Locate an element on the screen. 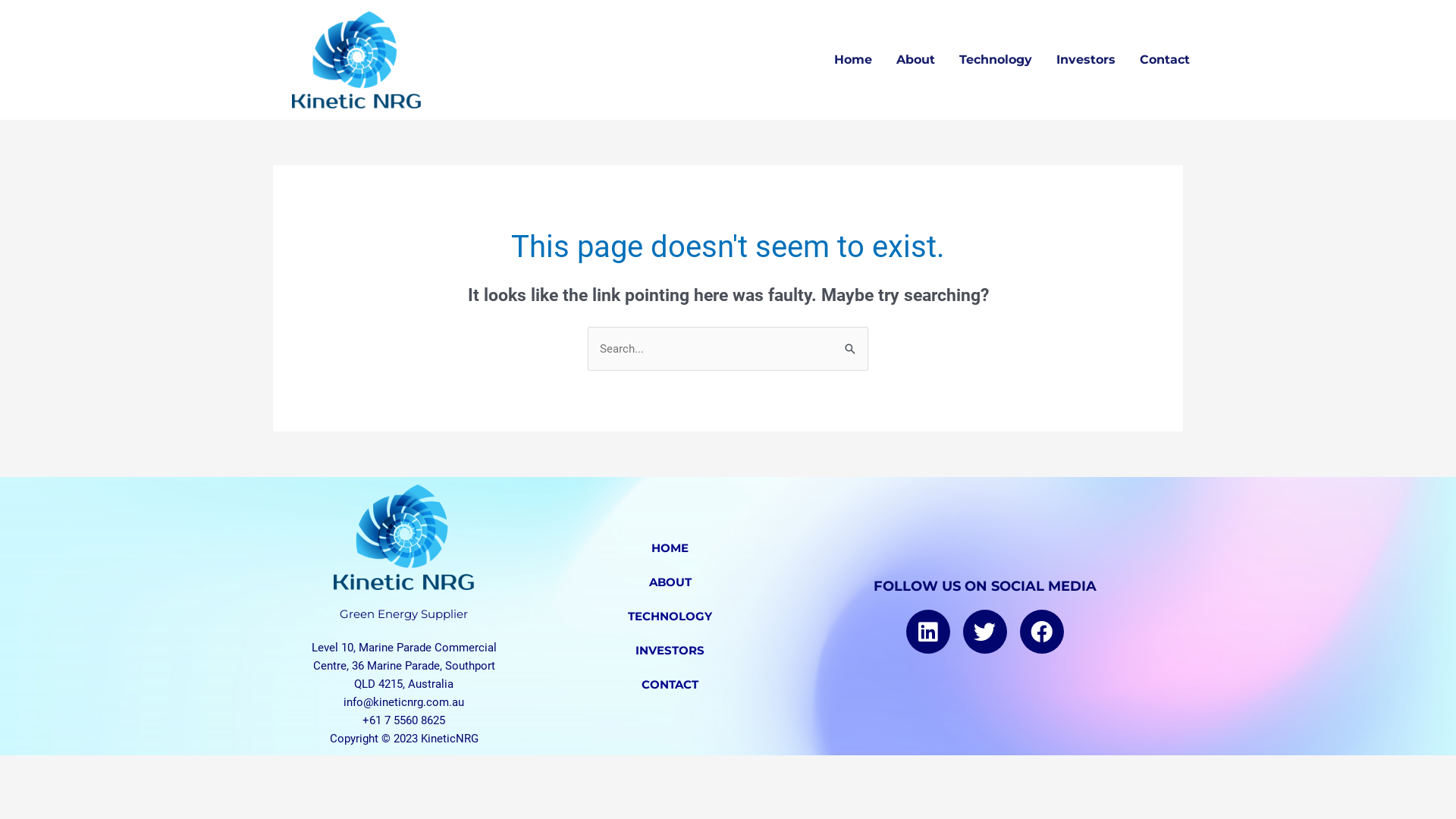 This screenshot has height=819, width=1456. 'Search' is located at coordinates (851, 342).